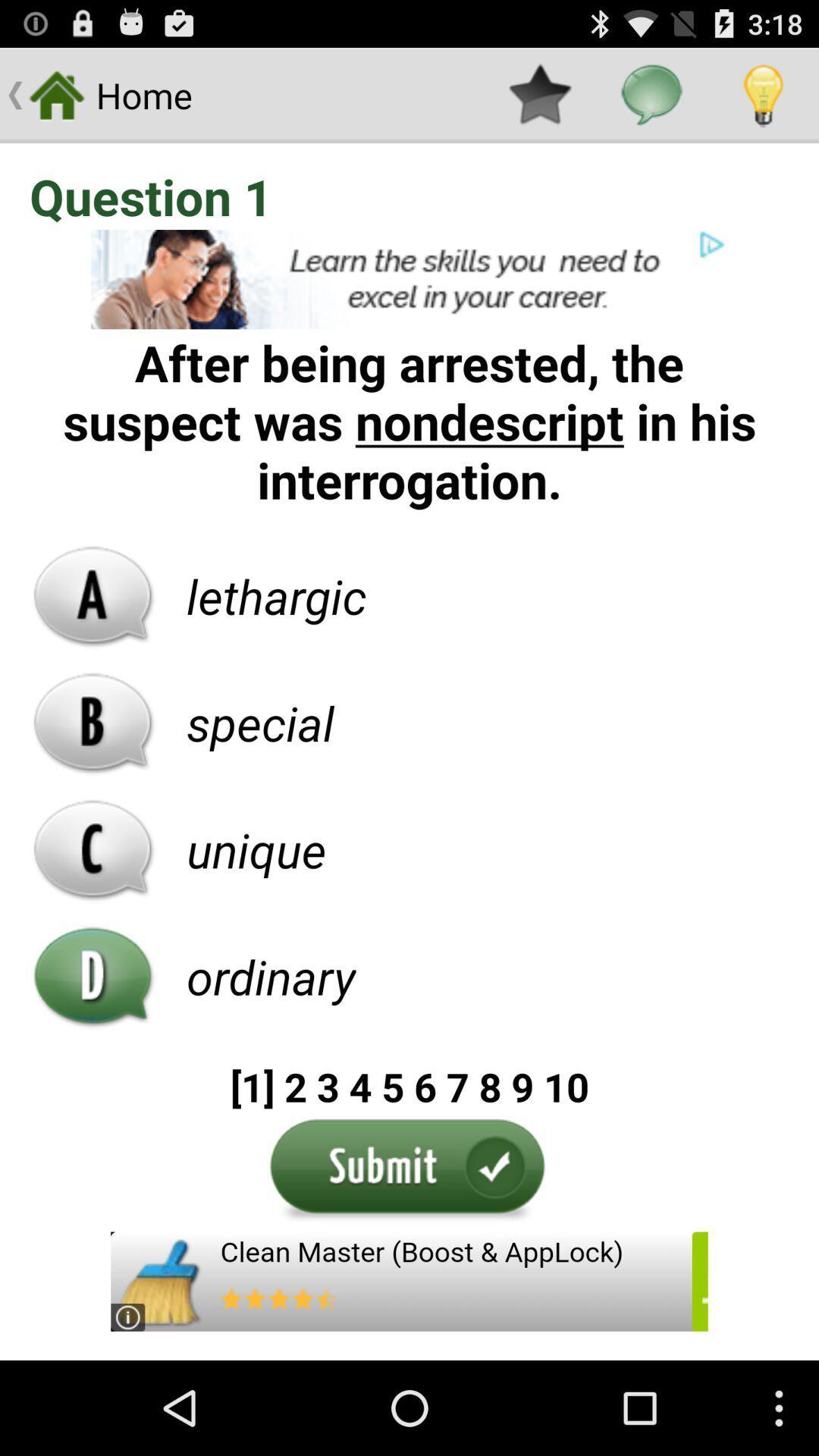  What do you see at coordinates (539, 94) in the screenshot?
I see `the star button at the top of the page` at bounding box center [539, 94].